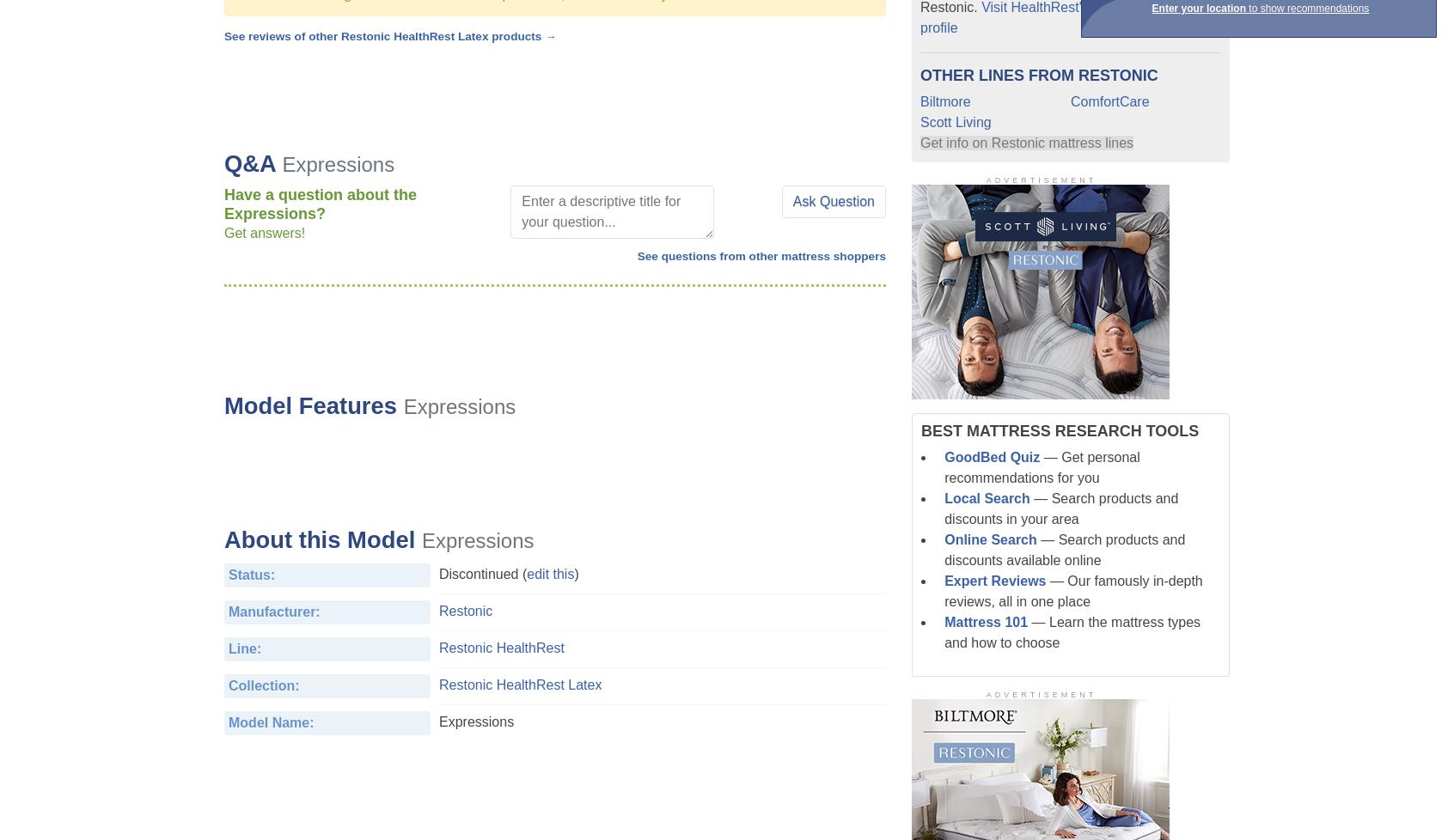 This screenshot has width=1454, height=840. I want to click on 'edit this', so click(526, 573).